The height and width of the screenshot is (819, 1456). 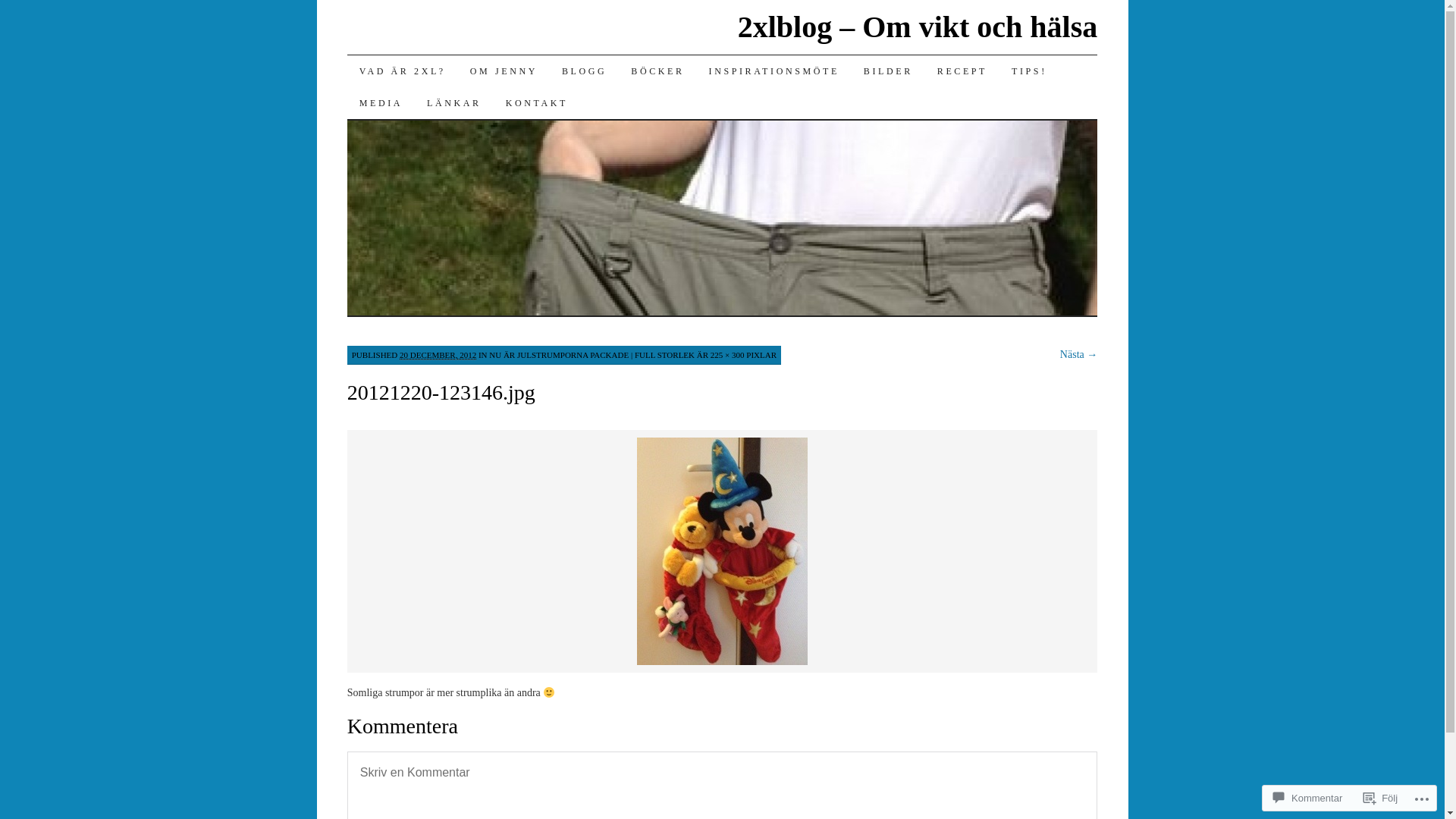 What do you see at coordinates (1029, 71) in the screenshot?
I see `'TIPS!'` at bounding box center [1029, 71].